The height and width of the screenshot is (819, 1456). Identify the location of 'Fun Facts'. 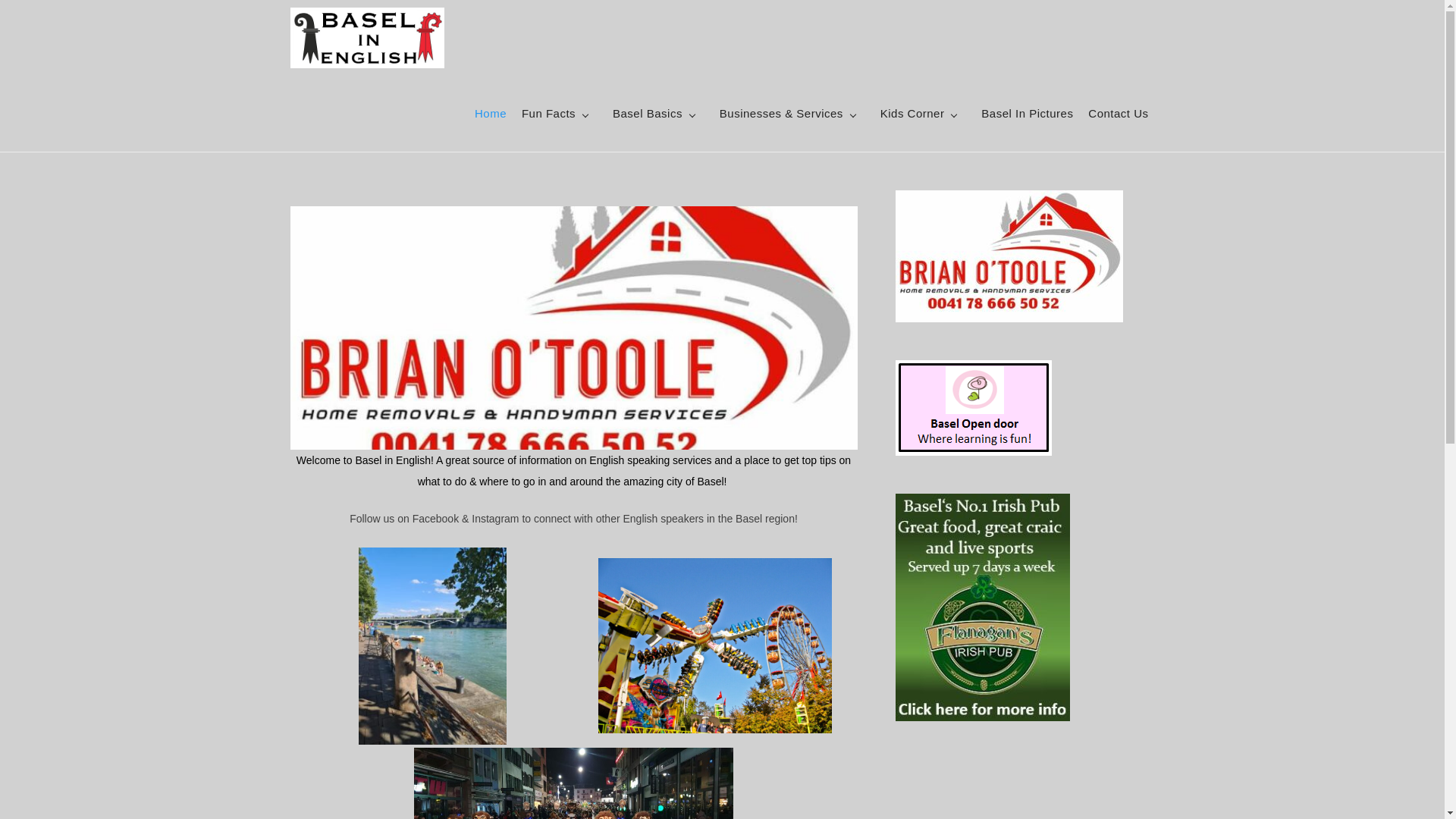
(554, 113).